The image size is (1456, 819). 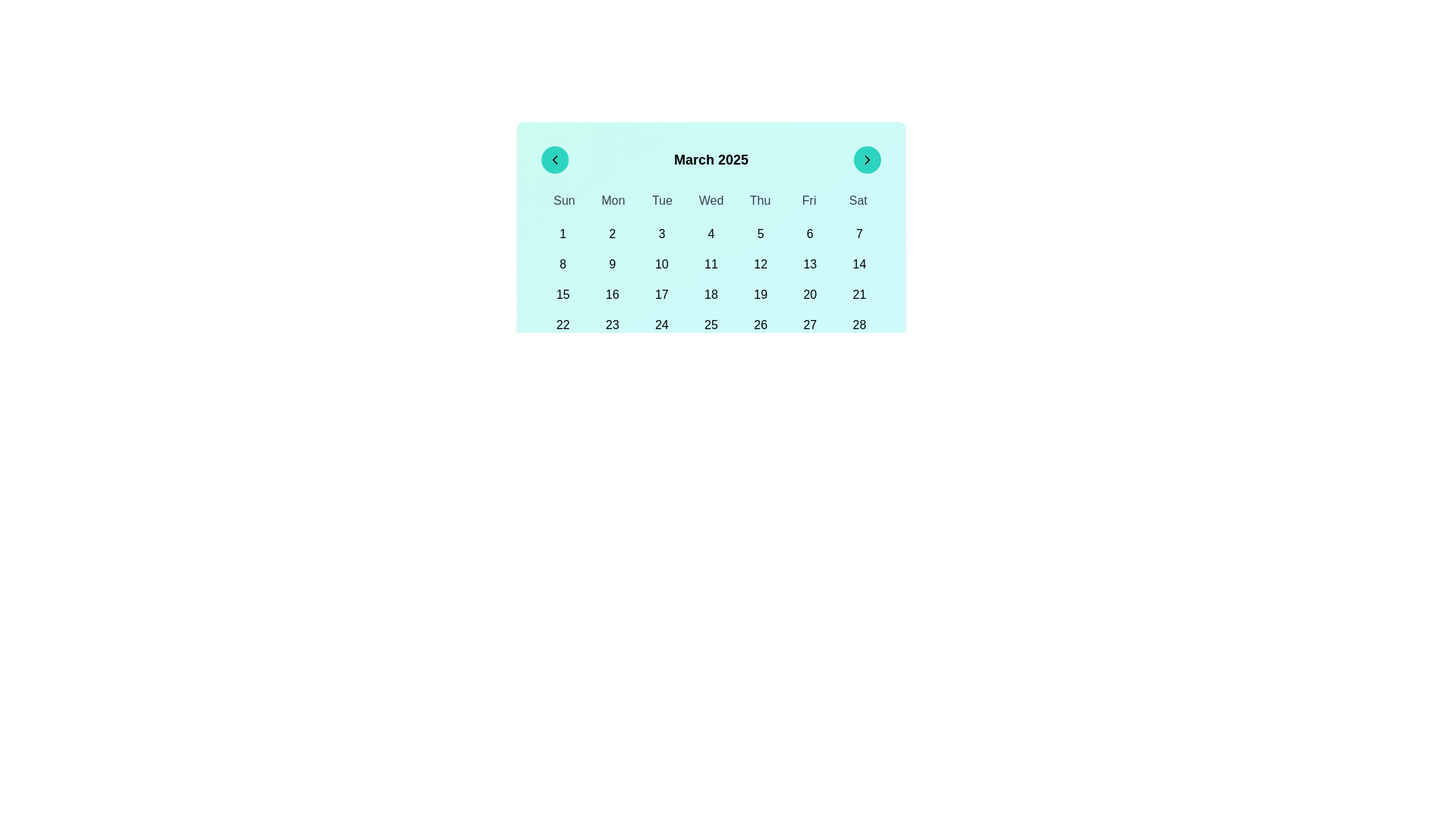 What do you see at coordinates (562, 295) in the screenshot?
I see `the button displaying '15' in the calendar for March 2025` at bounding box center [562, 295].